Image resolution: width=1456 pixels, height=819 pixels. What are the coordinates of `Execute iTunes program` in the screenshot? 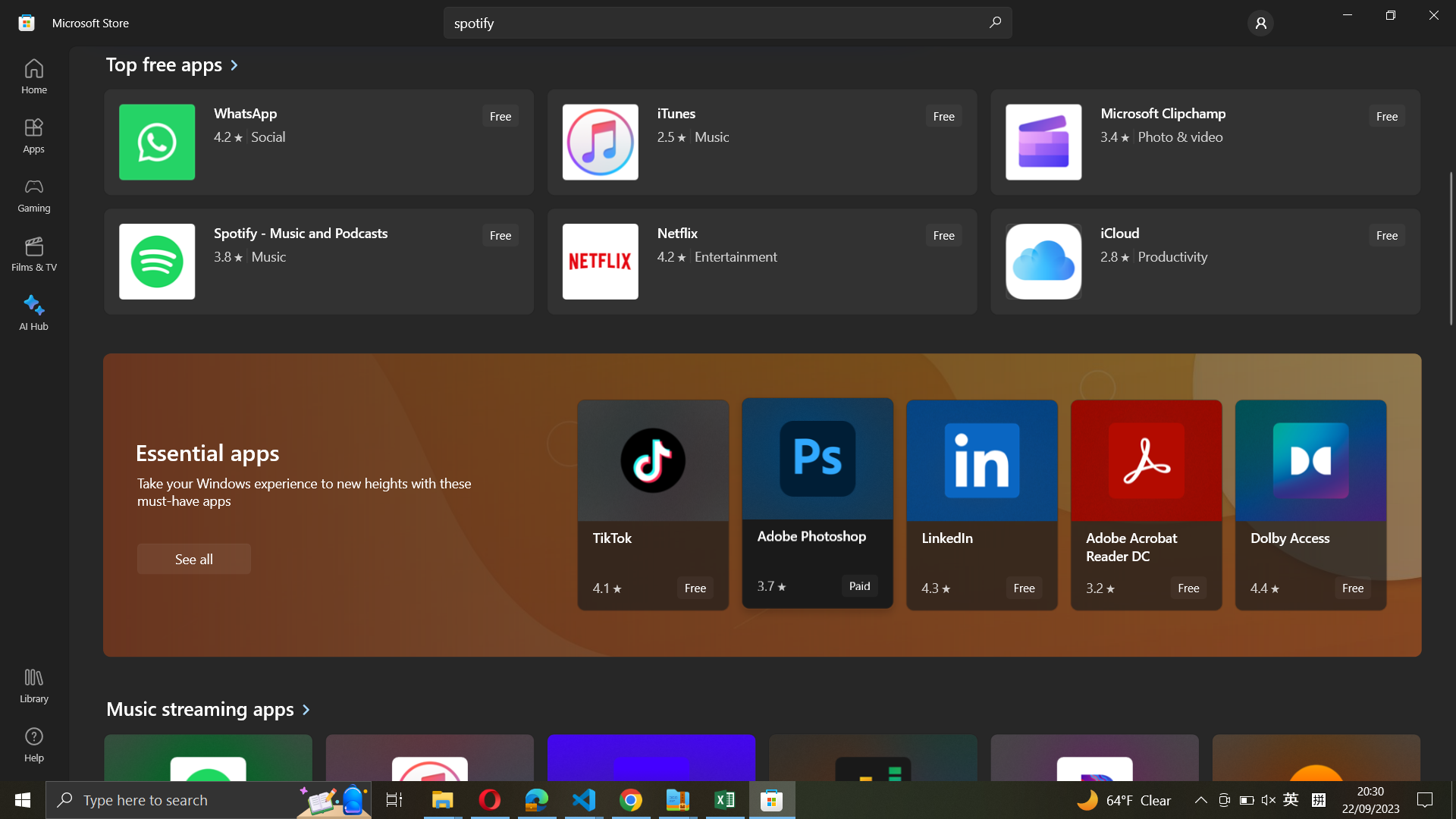 It's located at (760, 143).